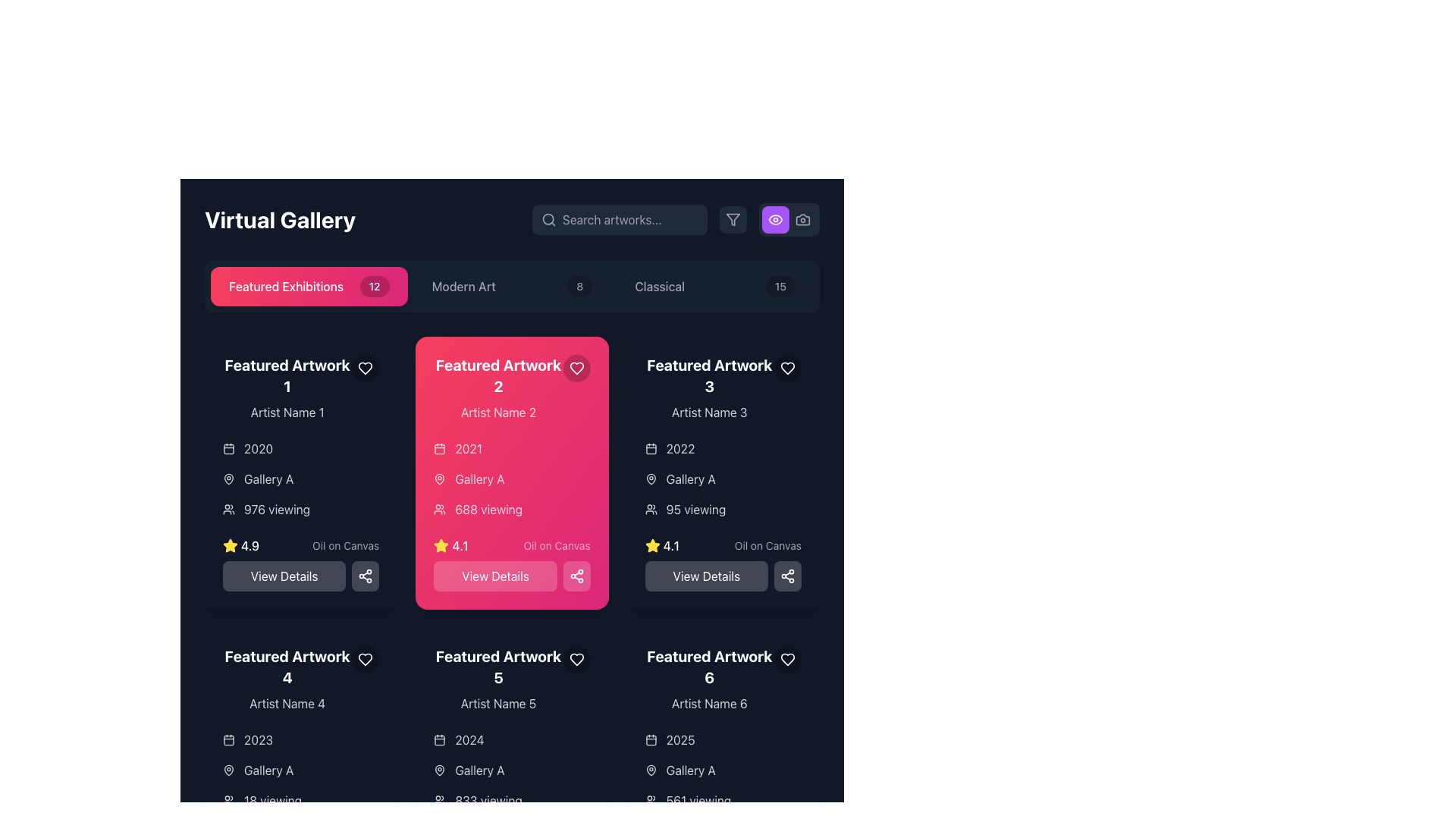 The width and height of the screenshot is (1456, 819). What do you see at coordinates (229, 544) in the screenshot?
I see `the yellow star icon that indicates the rating for 'Featured Artwork 2', located next to the rating '4.1'` at bounding box center [229, 544].